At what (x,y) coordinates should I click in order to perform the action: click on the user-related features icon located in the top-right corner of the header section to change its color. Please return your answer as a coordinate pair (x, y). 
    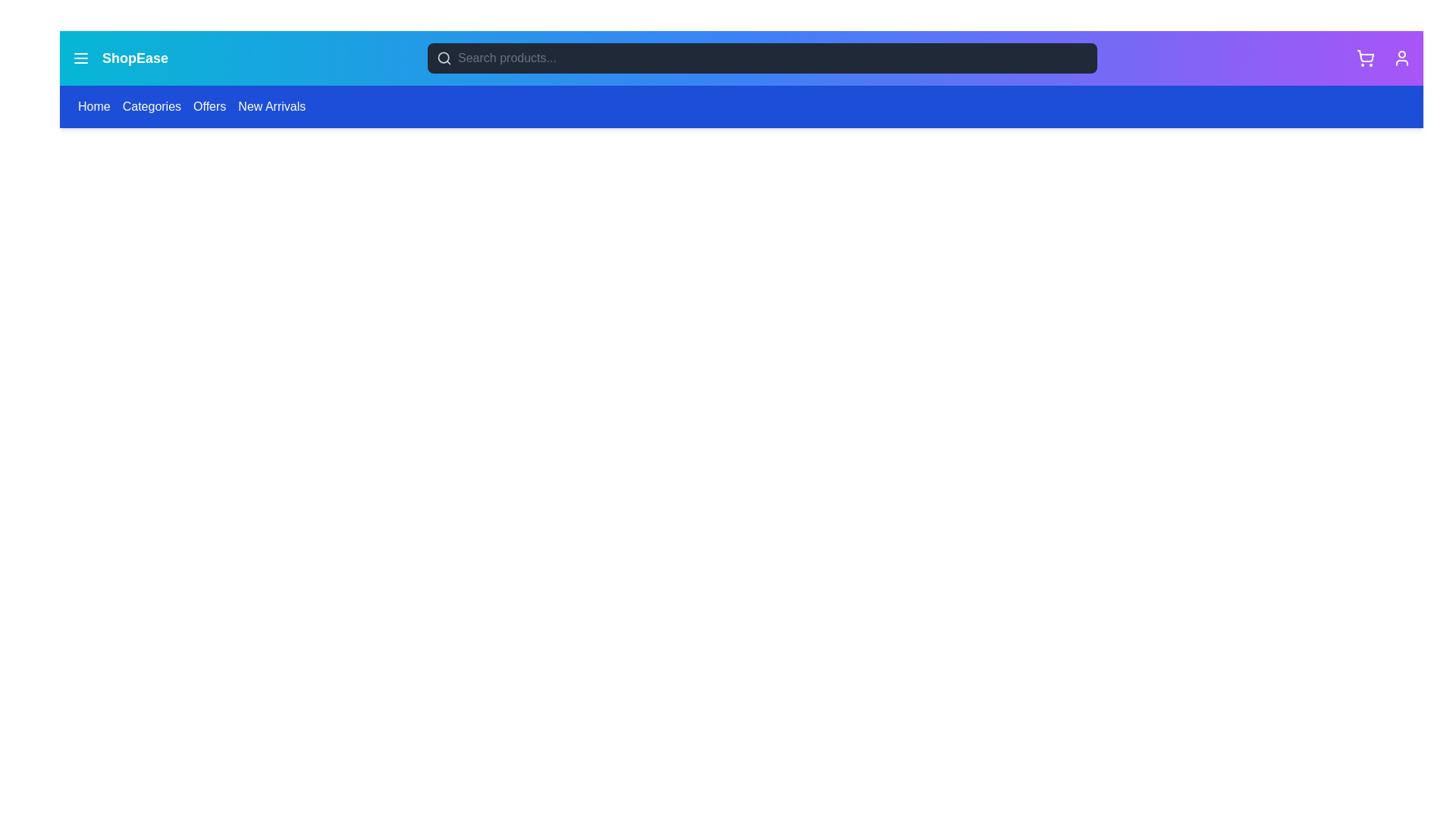
    Looking at the image, I should click on (1401, 58).